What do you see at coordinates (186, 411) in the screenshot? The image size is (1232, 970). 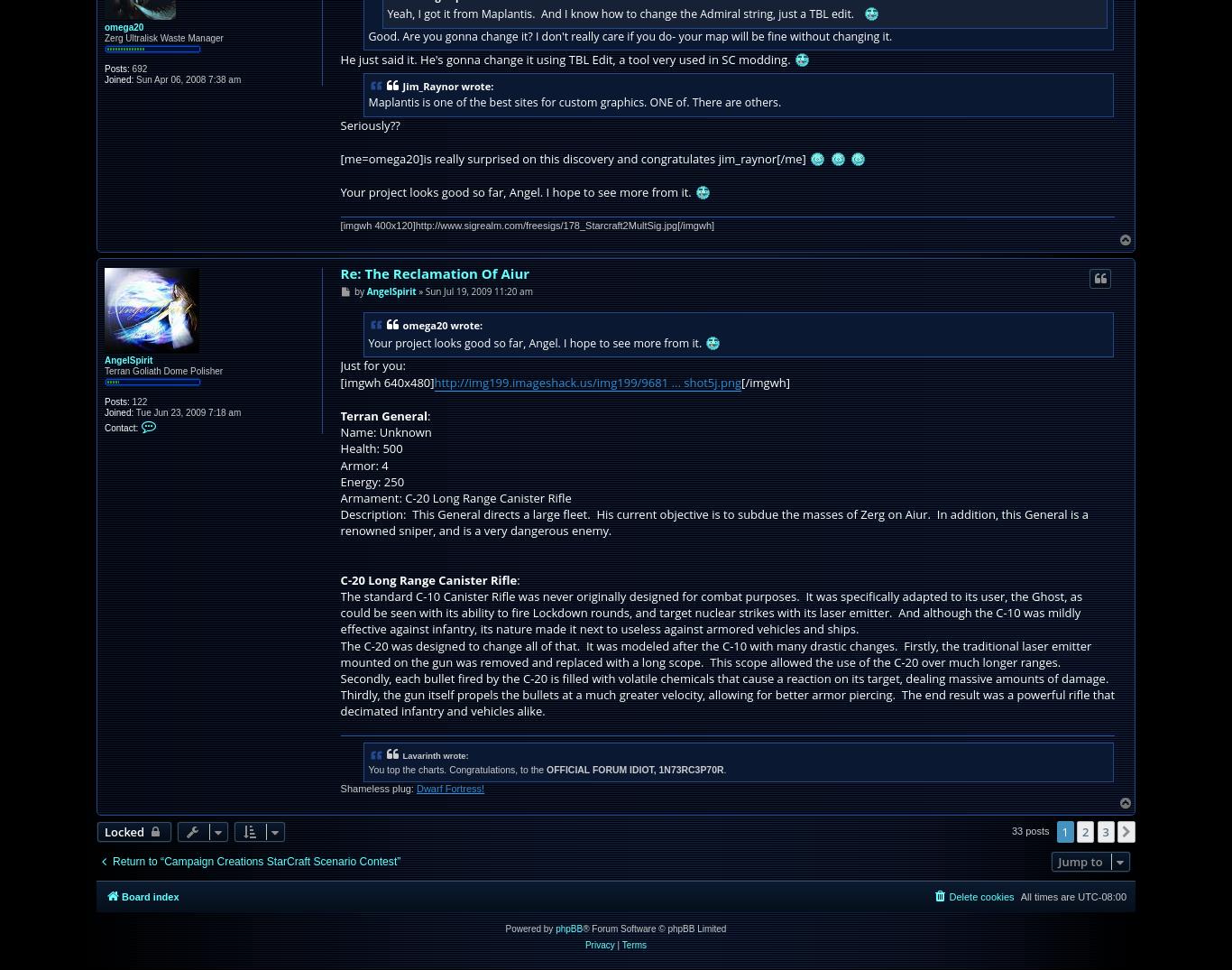 I see `'Tue Jun 23, 2009 7:18 am'` at bounding box center [186, 411].